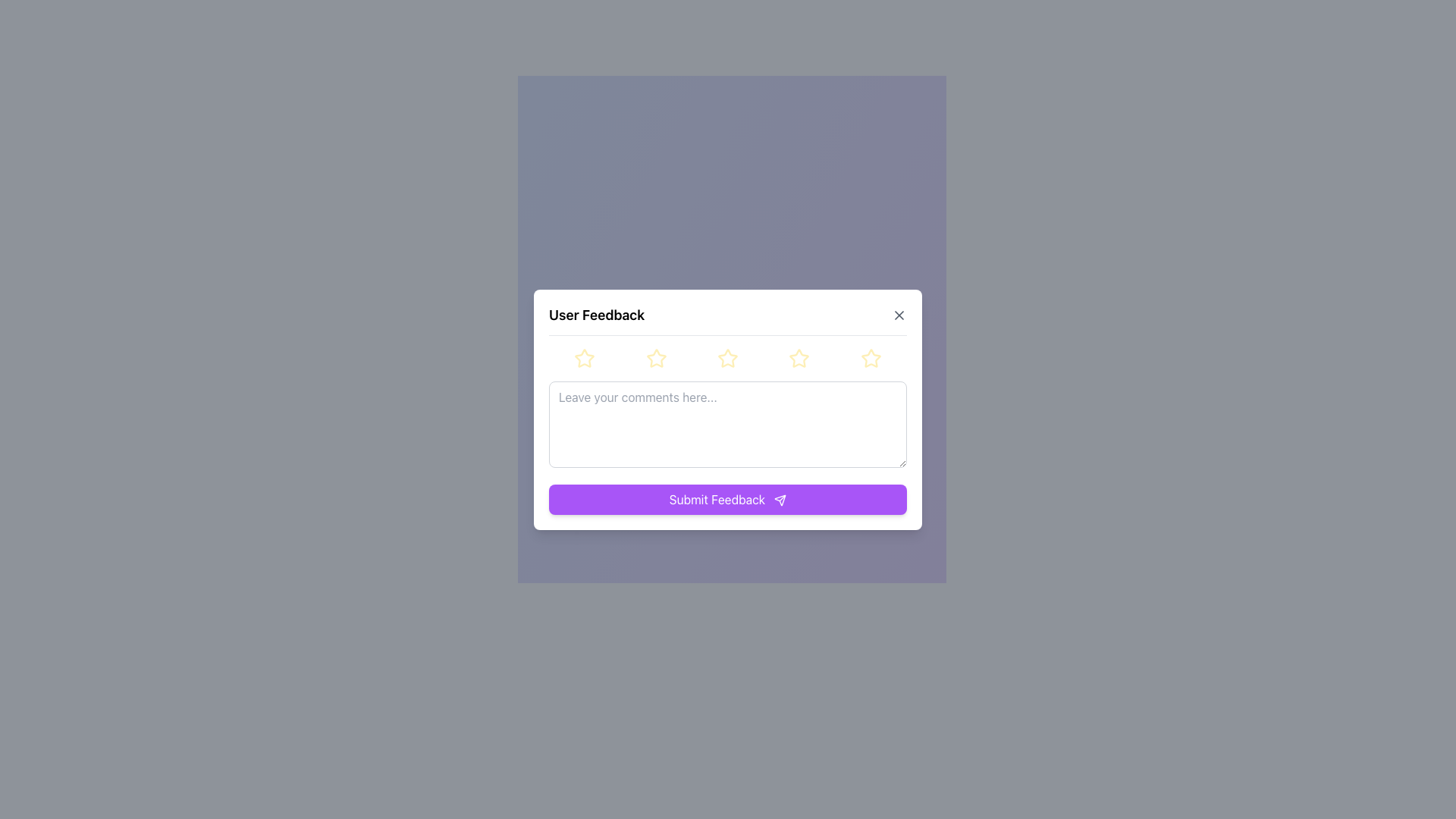 The image size is (1456, 819). What do you see at coordinates (780, 500) in the screenshot?
I see `the upward-right arrow icon associated with the 'Submit Feedback' button, which has a white outline and a purple background, located at the right side of the button's text` at bounding box center [780, 500].